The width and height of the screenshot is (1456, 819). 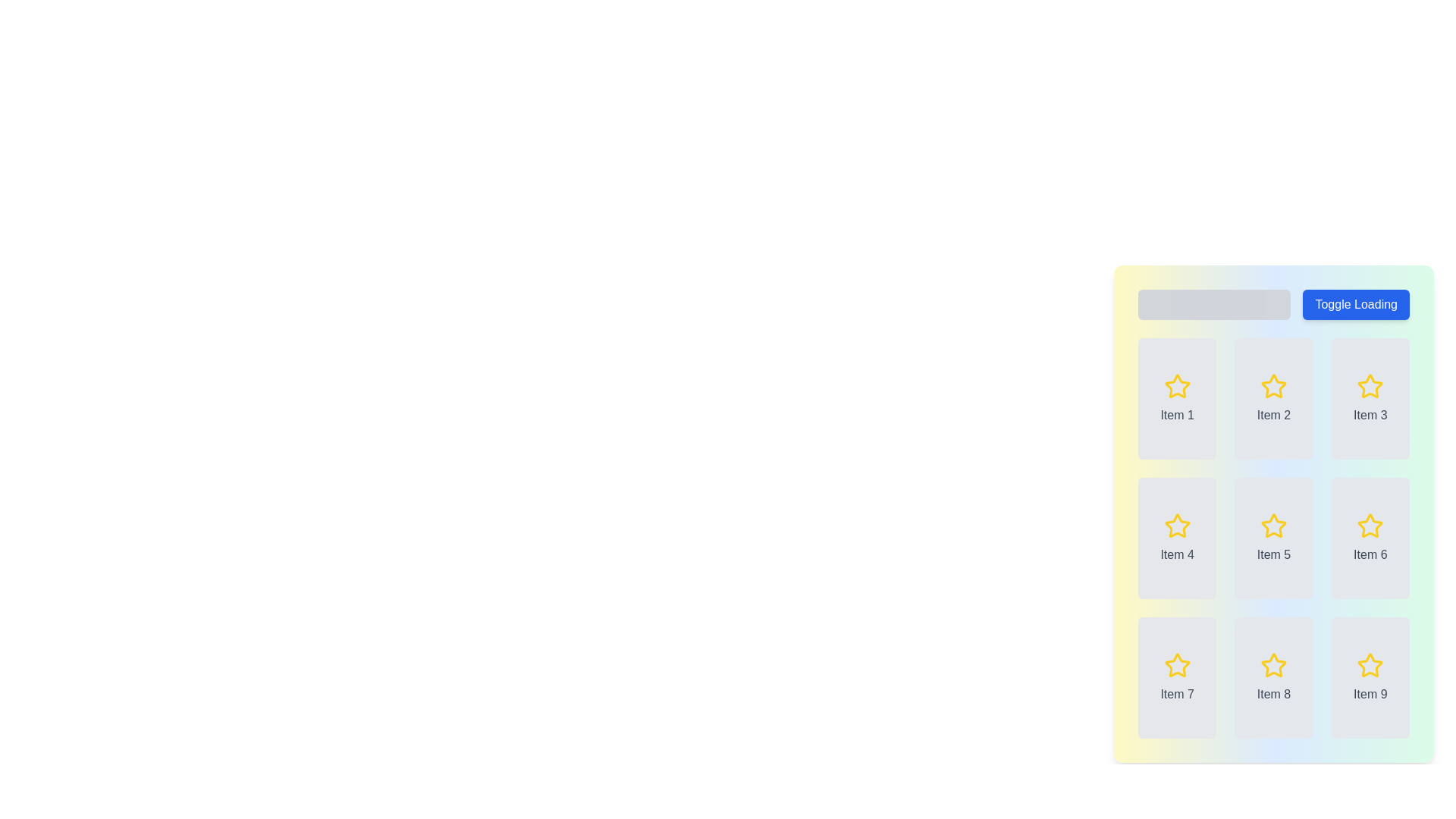 What do you see at coordinates (1370, 415) in the screenshot?
I see `the text label displaying 'Item 3' located in the top row, third column of a 3x3 grid, positioned slightly below a yellow star icon` at bounding box center [1370, 415].